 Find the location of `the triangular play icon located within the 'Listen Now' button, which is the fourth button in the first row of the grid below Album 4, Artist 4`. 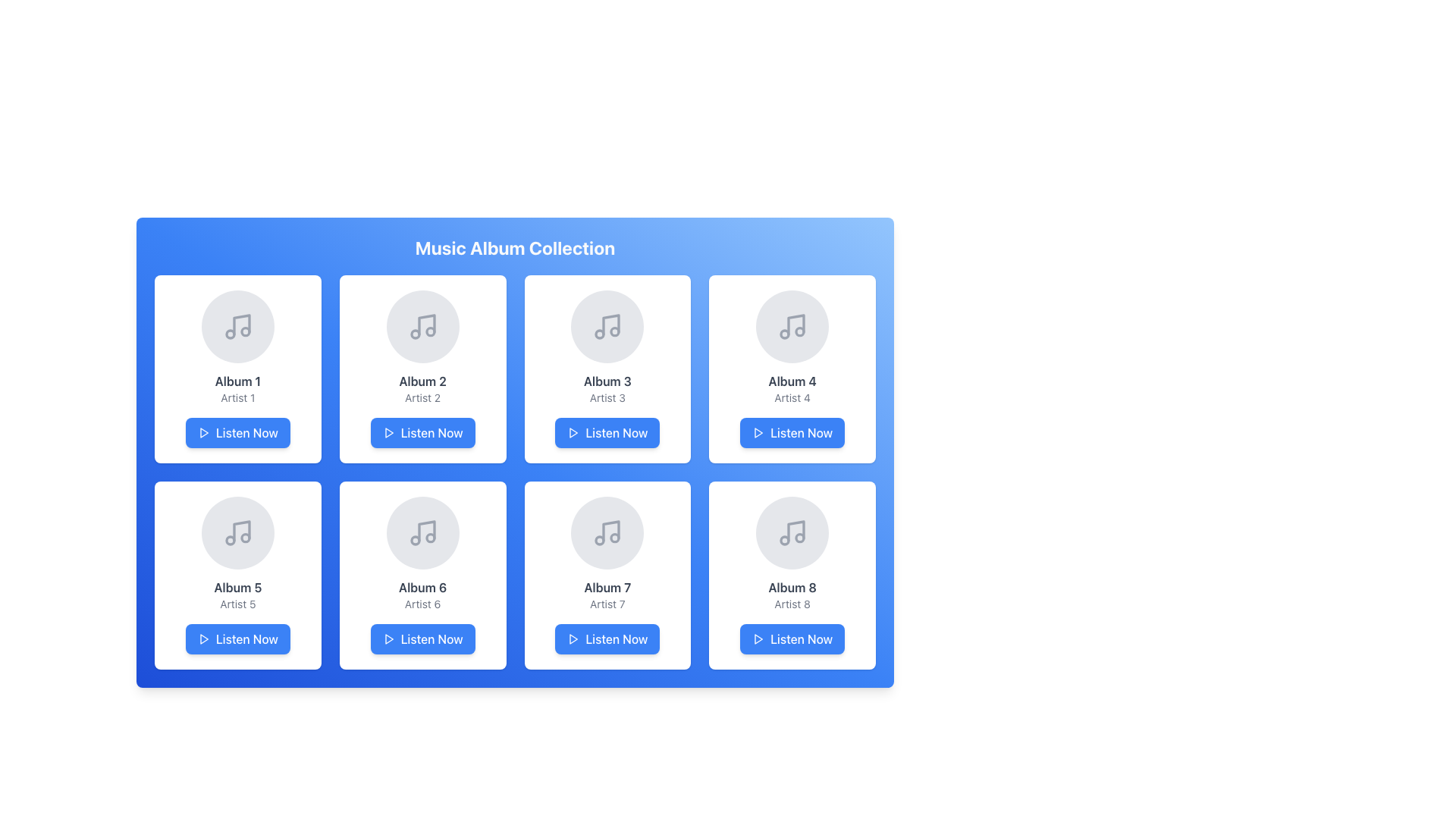

the triangular play icon located within the 'Listen Now' button, which is the fourth button in the first row of the grid below Album 4, Artist 4 is located at coordinates (758, 432).